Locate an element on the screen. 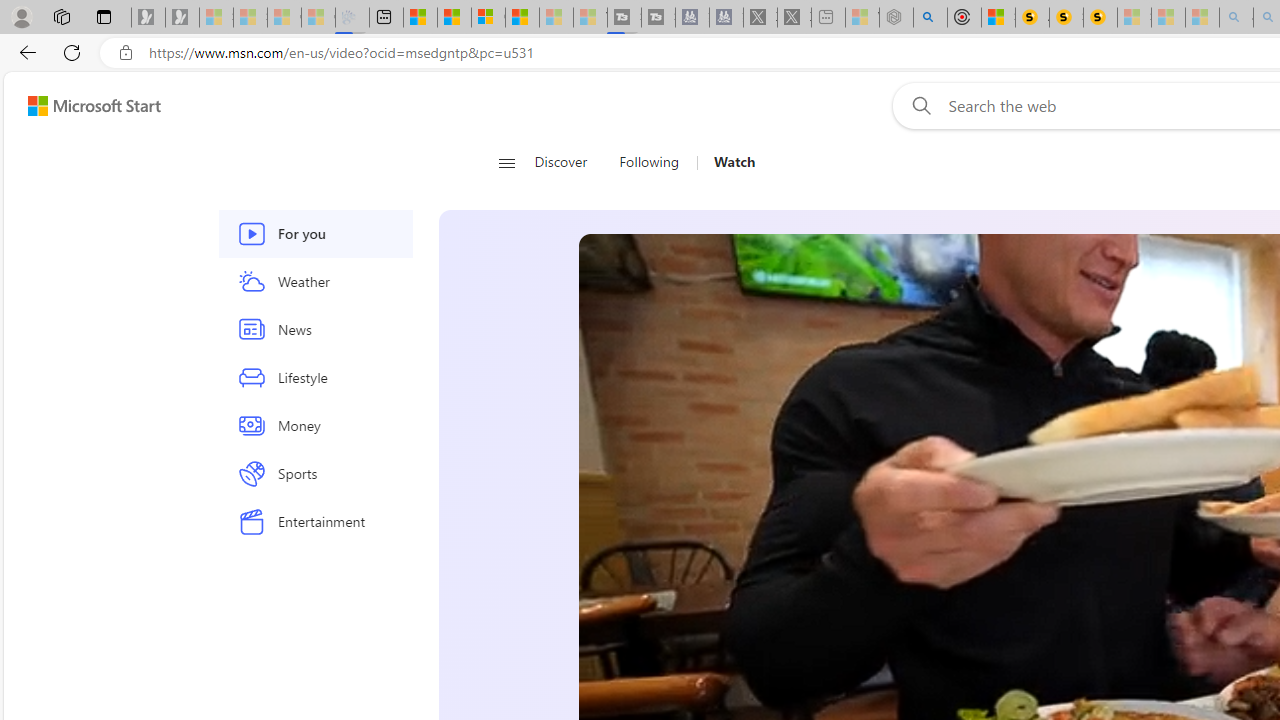  'poe - Search' is located at coordinates (929, 17).